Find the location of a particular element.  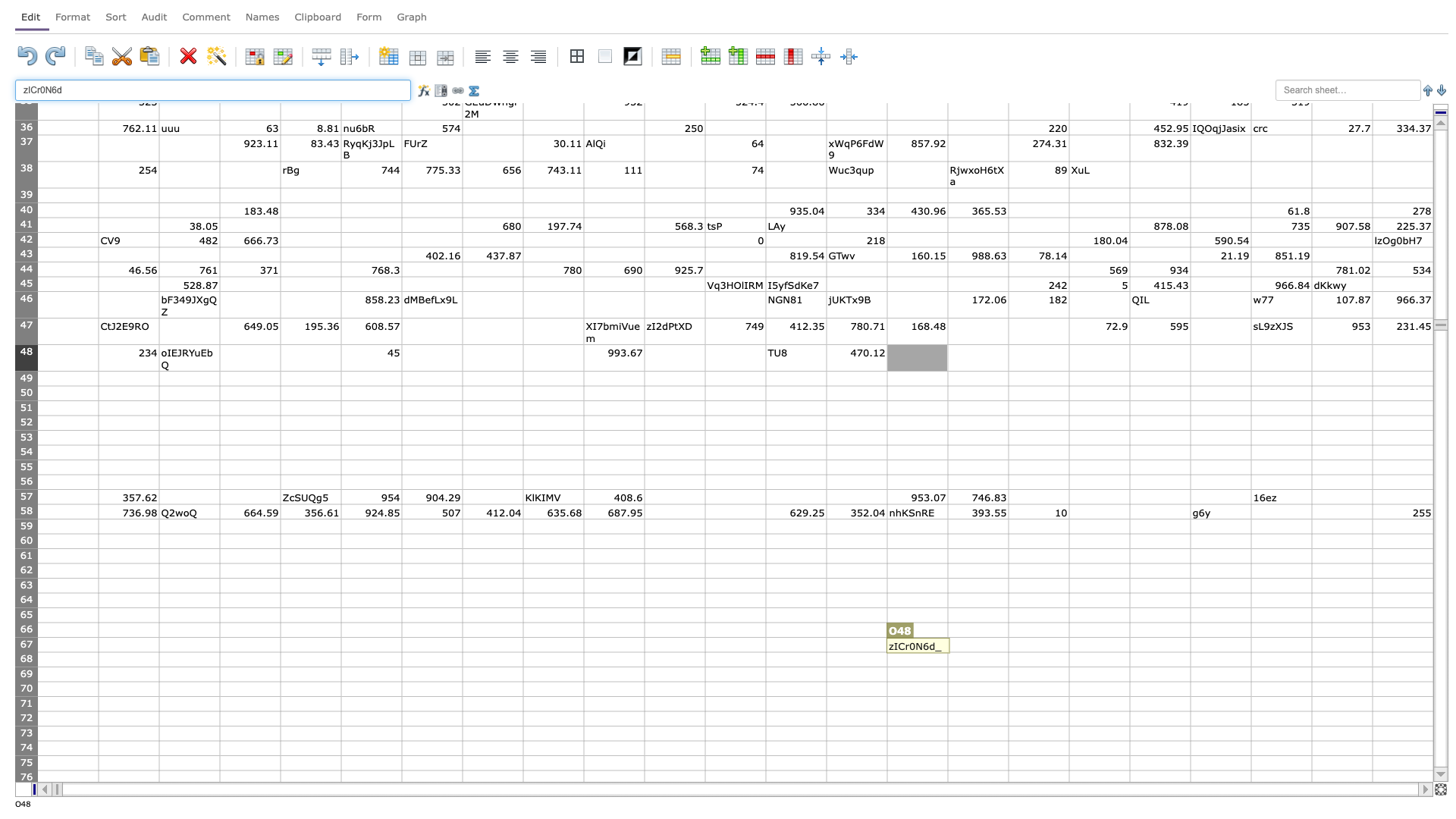

Place cursor on bottom right corner of U68 is located at coordinates (1310, 666).